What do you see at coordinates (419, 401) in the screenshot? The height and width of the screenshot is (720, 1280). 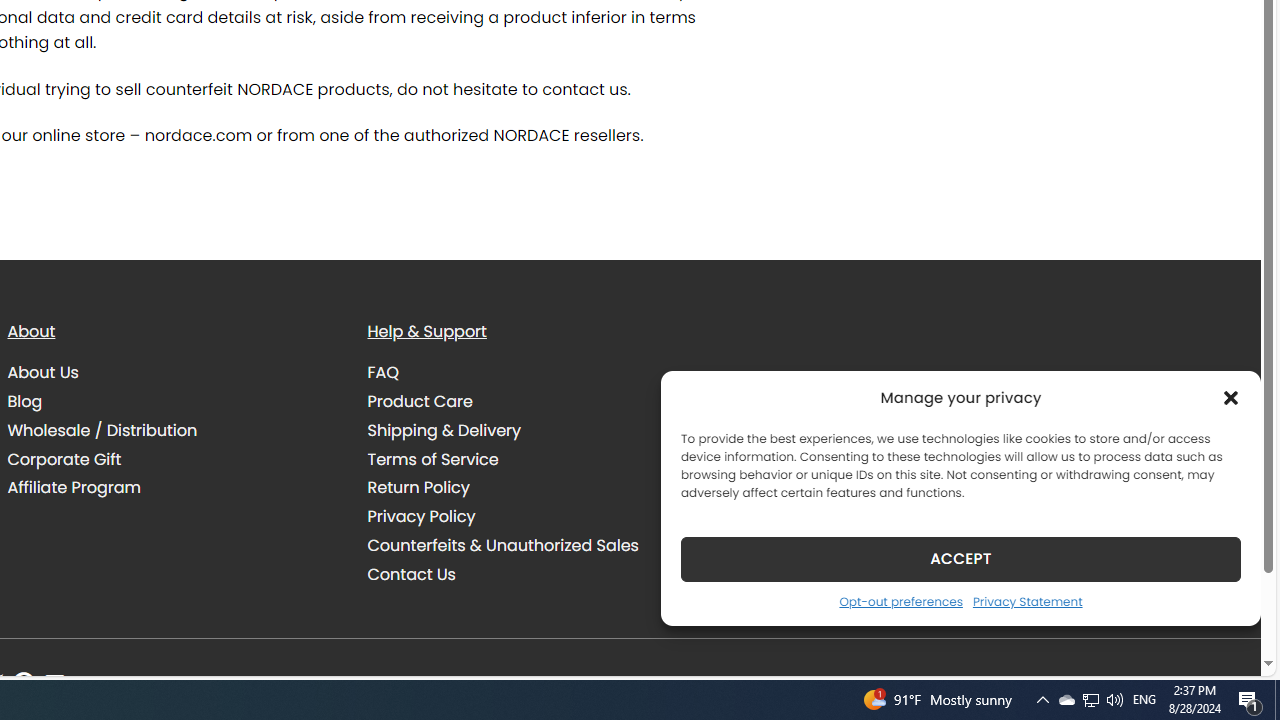 I see `'Product Care'` at bounding box center [419, 401].